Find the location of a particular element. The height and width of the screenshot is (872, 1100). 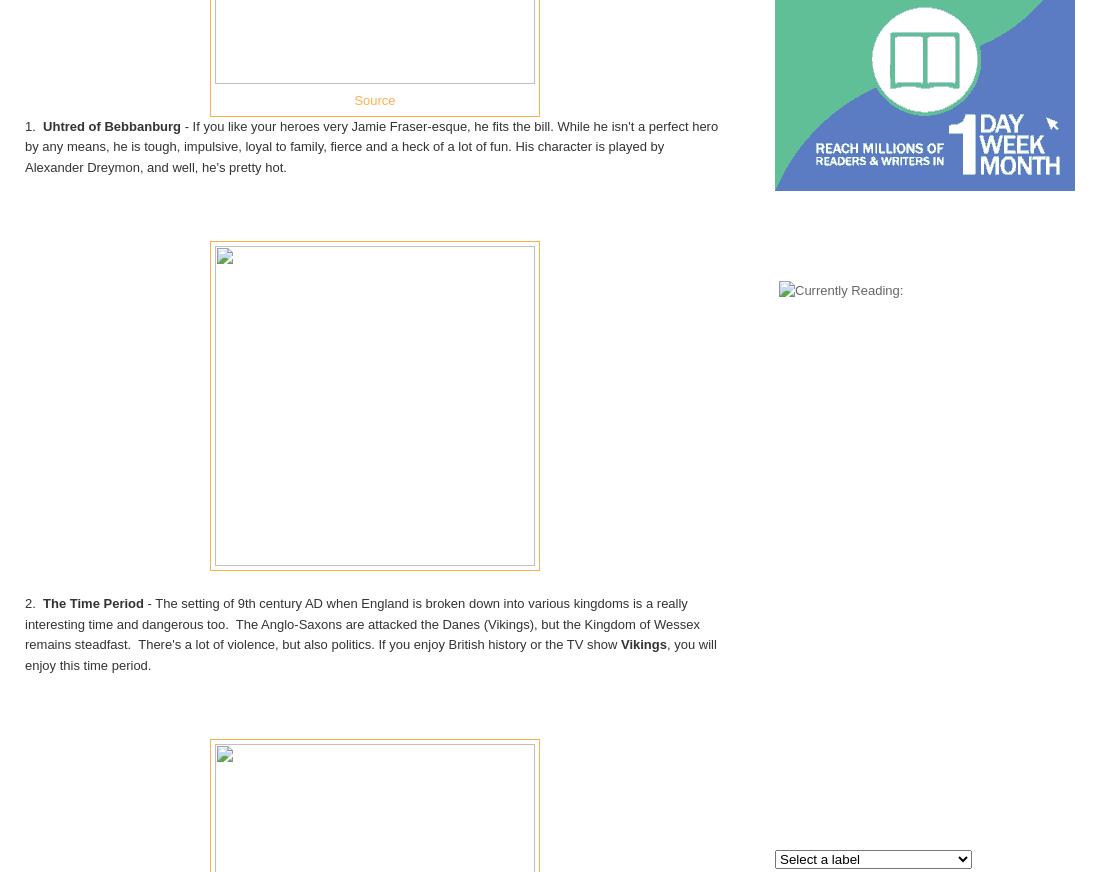

'2.' is located at coordinates (32, 602).